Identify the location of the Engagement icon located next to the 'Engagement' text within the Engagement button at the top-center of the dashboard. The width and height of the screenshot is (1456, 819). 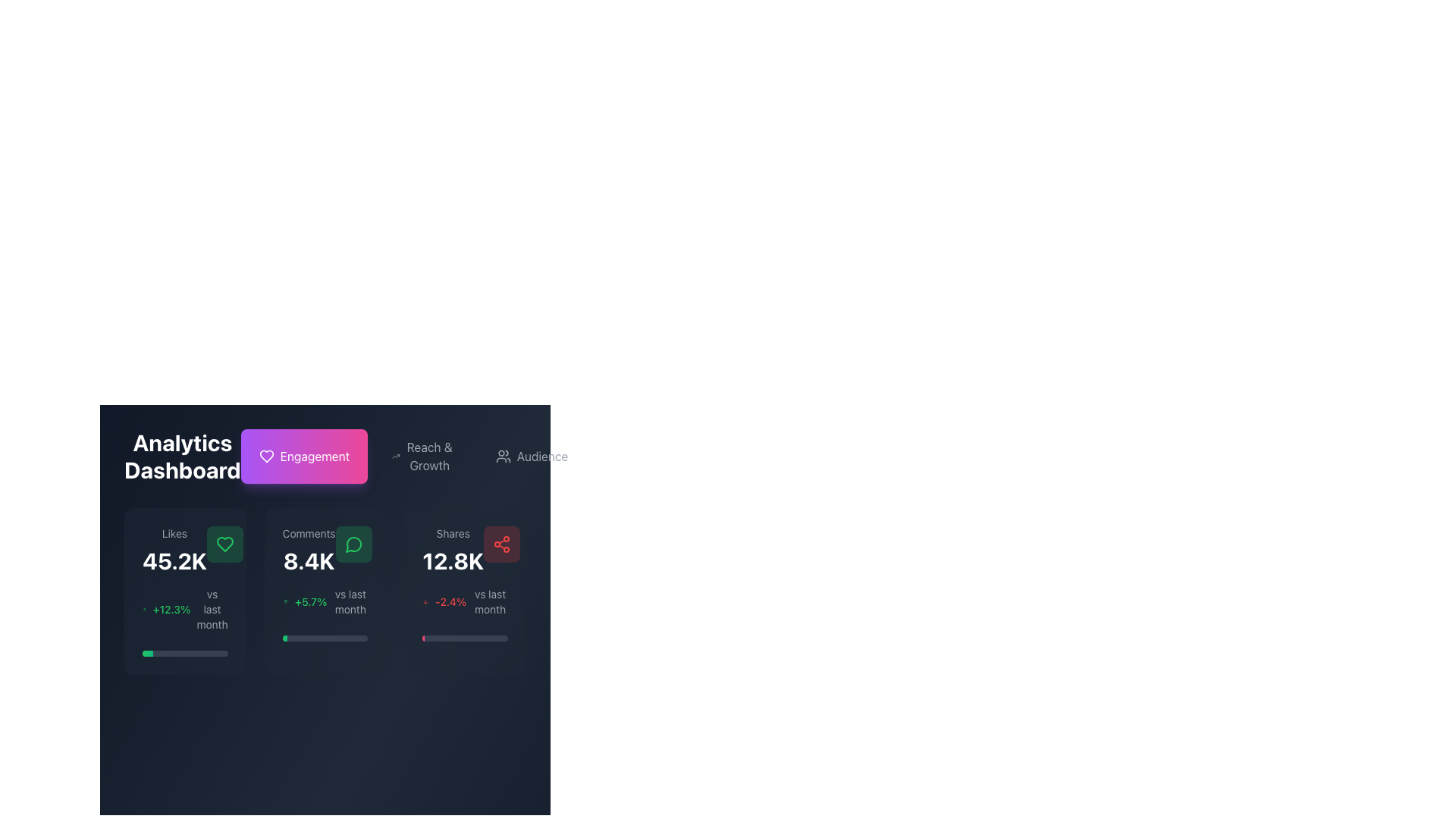
(266, 455).